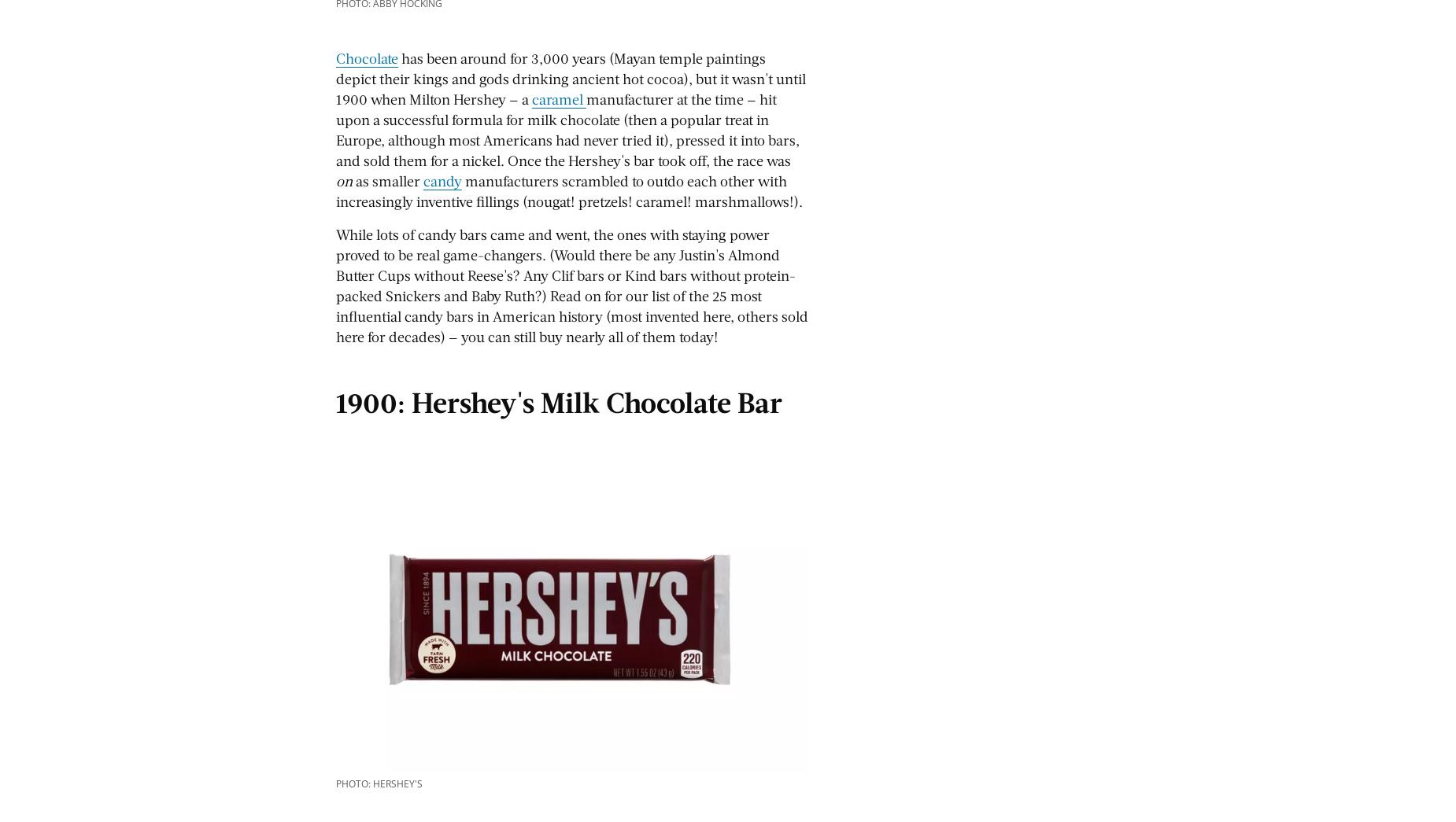 Image resolution: width=1456 pixels, height=822 pixels. I want to click on 'manufacturer at the time — hit upon a successful formula for milk chocolate (then a popular treat in Europe, although most Americans had never tried it), pressed it into bars, and sold them for a nickel. Once the Hershey's bar took off, the race was', so click(567, 129).